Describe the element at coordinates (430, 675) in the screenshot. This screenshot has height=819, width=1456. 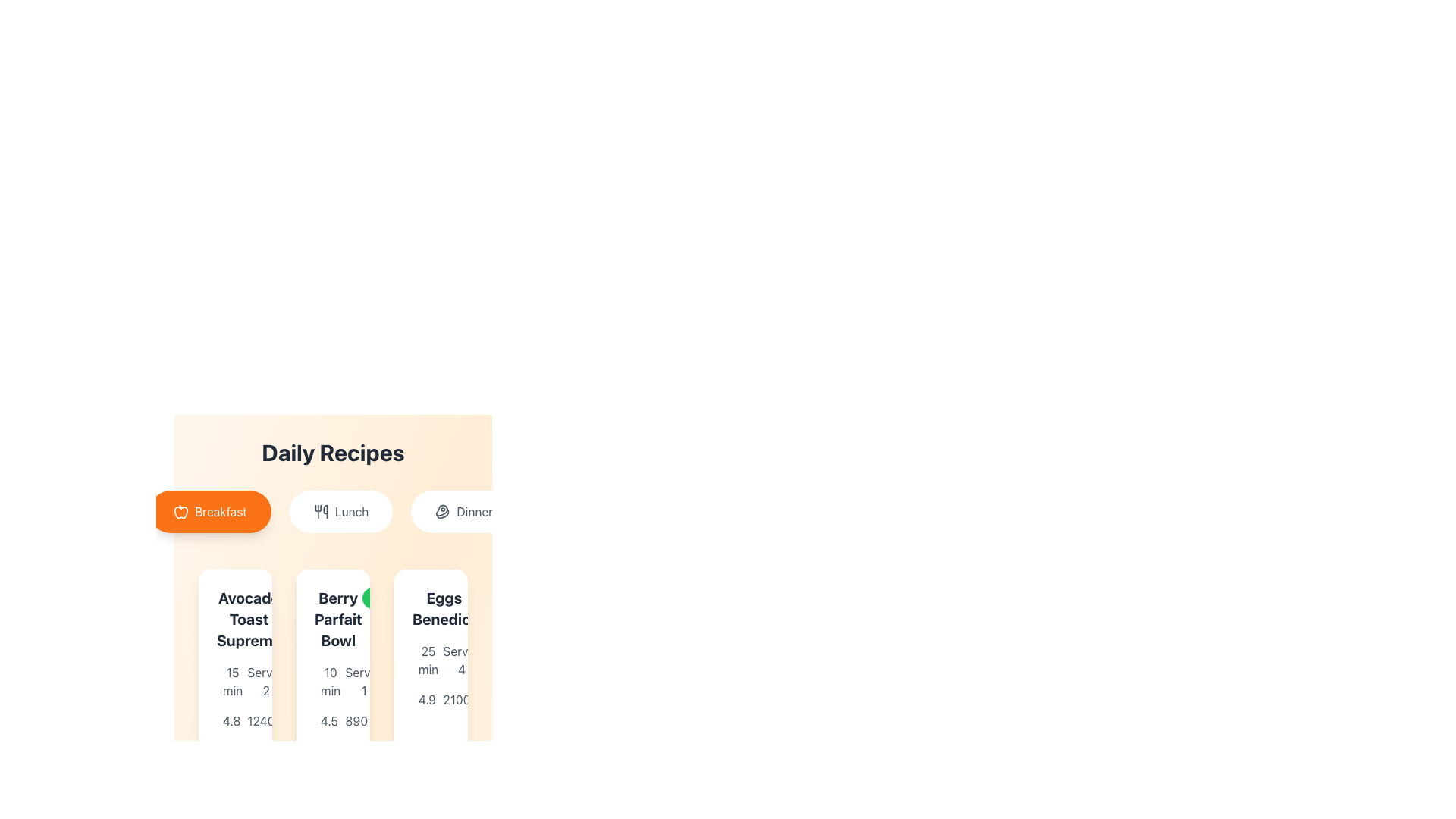
I see `the 'Eggs Benedict' recipe card in the Daily Recipes section` at that location.